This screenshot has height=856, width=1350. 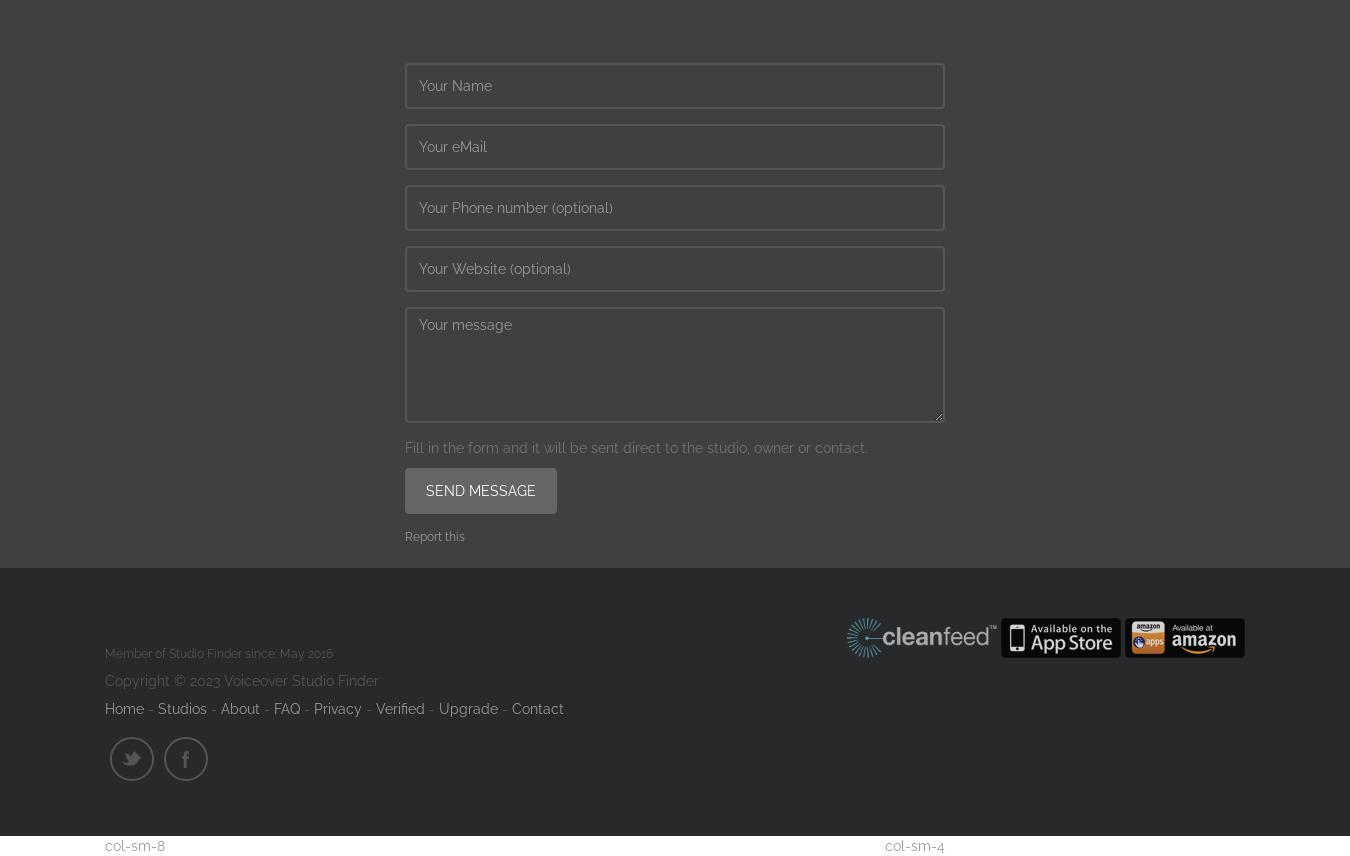 I want to click on 'Report this', so click(x=434, y=535).